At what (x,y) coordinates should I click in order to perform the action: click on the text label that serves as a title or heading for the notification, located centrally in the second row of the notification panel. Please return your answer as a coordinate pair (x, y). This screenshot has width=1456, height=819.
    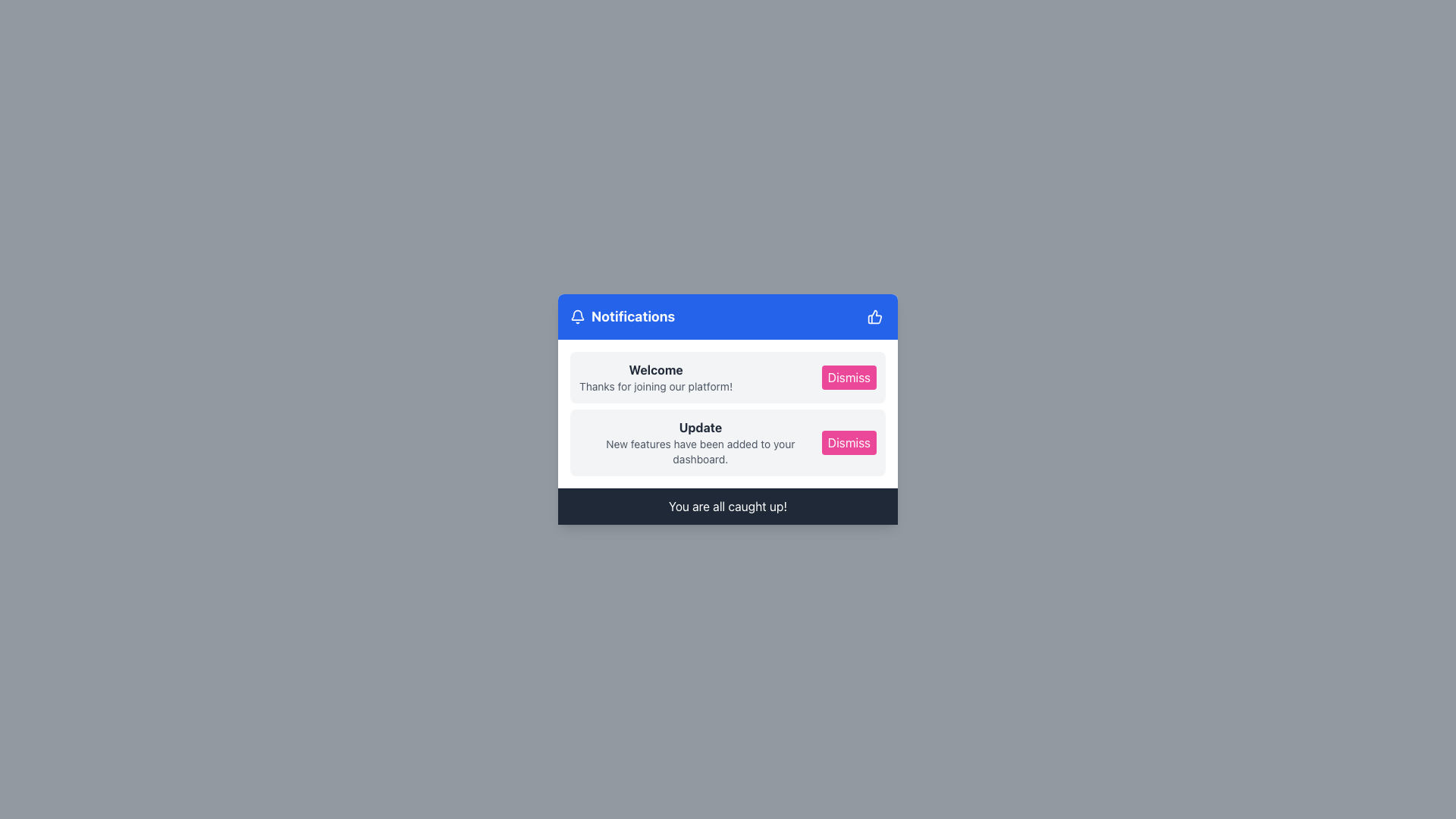
    Looking at the image, I should click on (699, 427).